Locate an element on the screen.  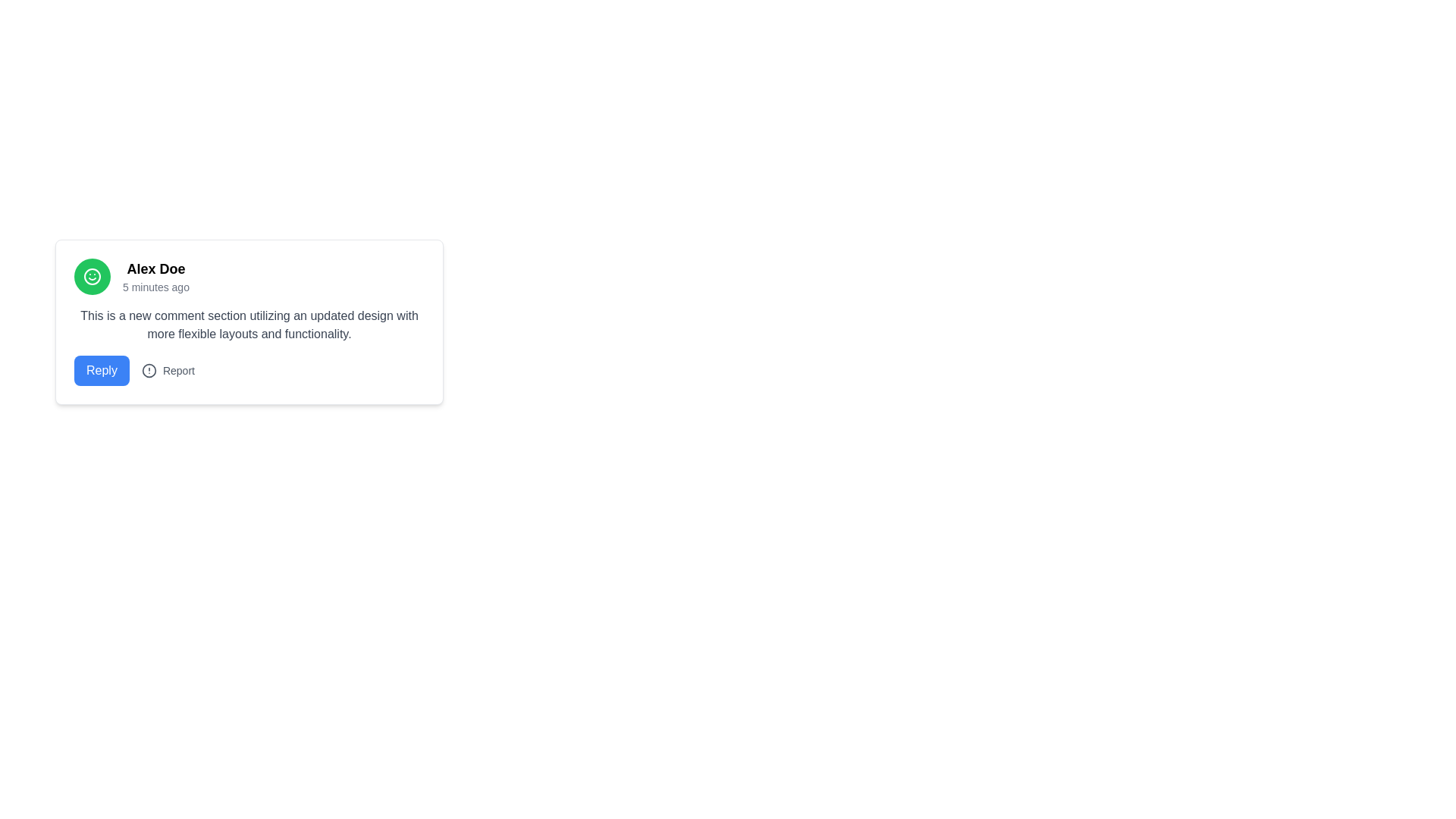
the green circular avatar icon with a cheerful facial expression situated to the left of the name 'Alex Doe' in the comment card interface is located at coordinates (91, 277).